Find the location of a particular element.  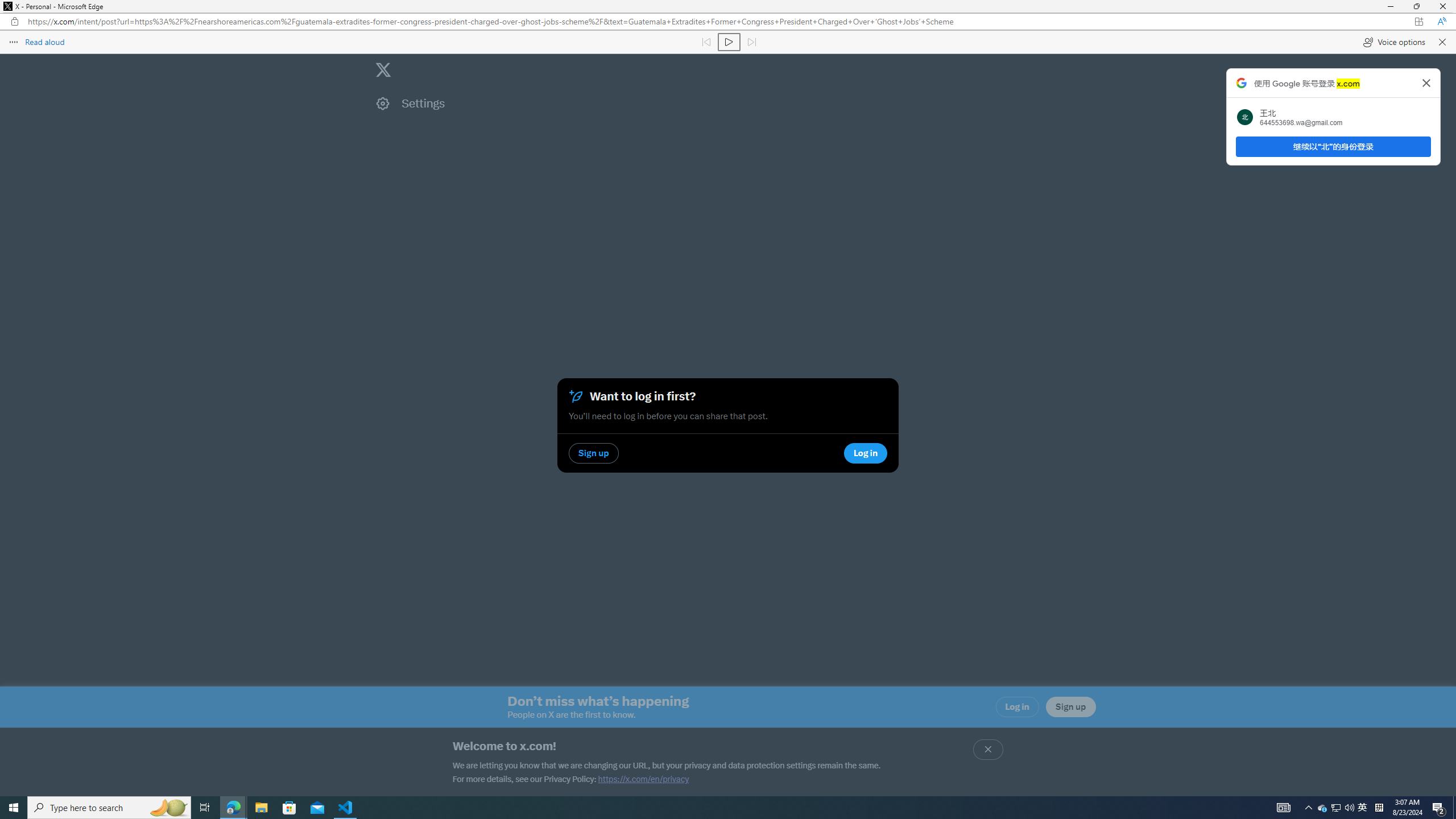

'Class: Bz112c Bz112c-r9oPif' is located at coordinates (1426, 82).